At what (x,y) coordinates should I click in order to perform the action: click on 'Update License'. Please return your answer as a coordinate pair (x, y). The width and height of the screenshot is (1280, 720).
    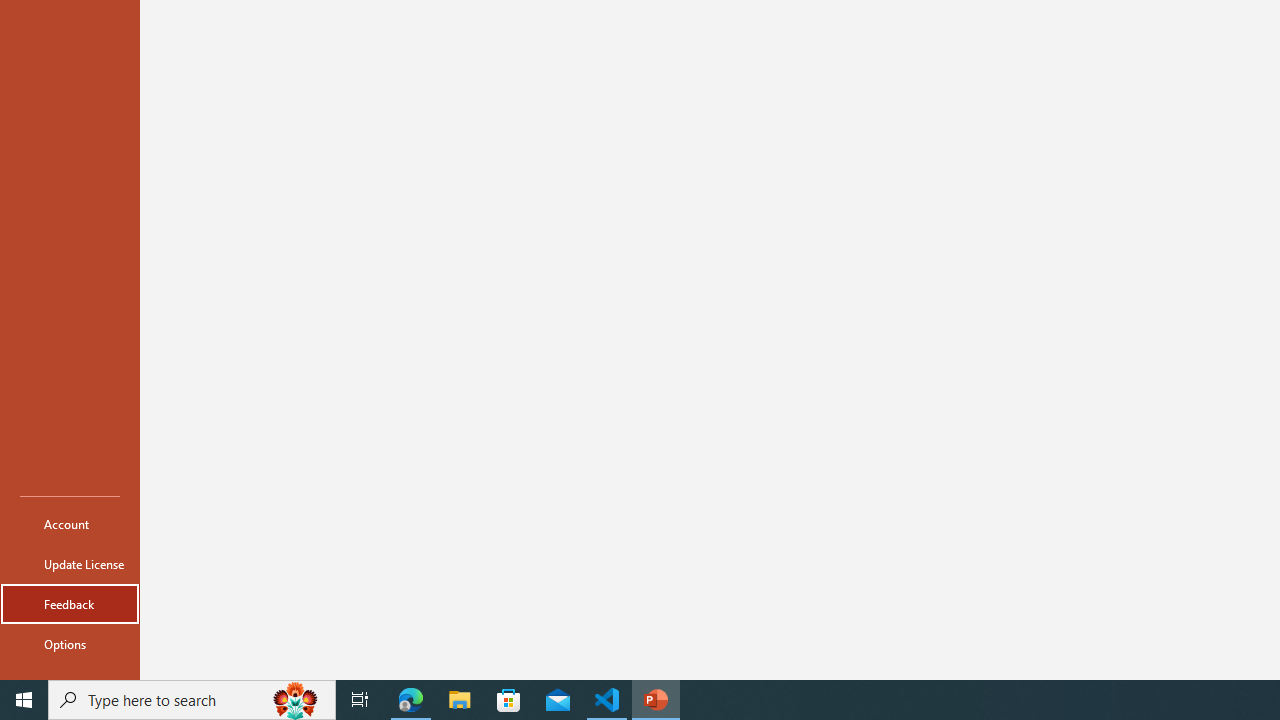
    Looking at the image, I should click on (69, 564).